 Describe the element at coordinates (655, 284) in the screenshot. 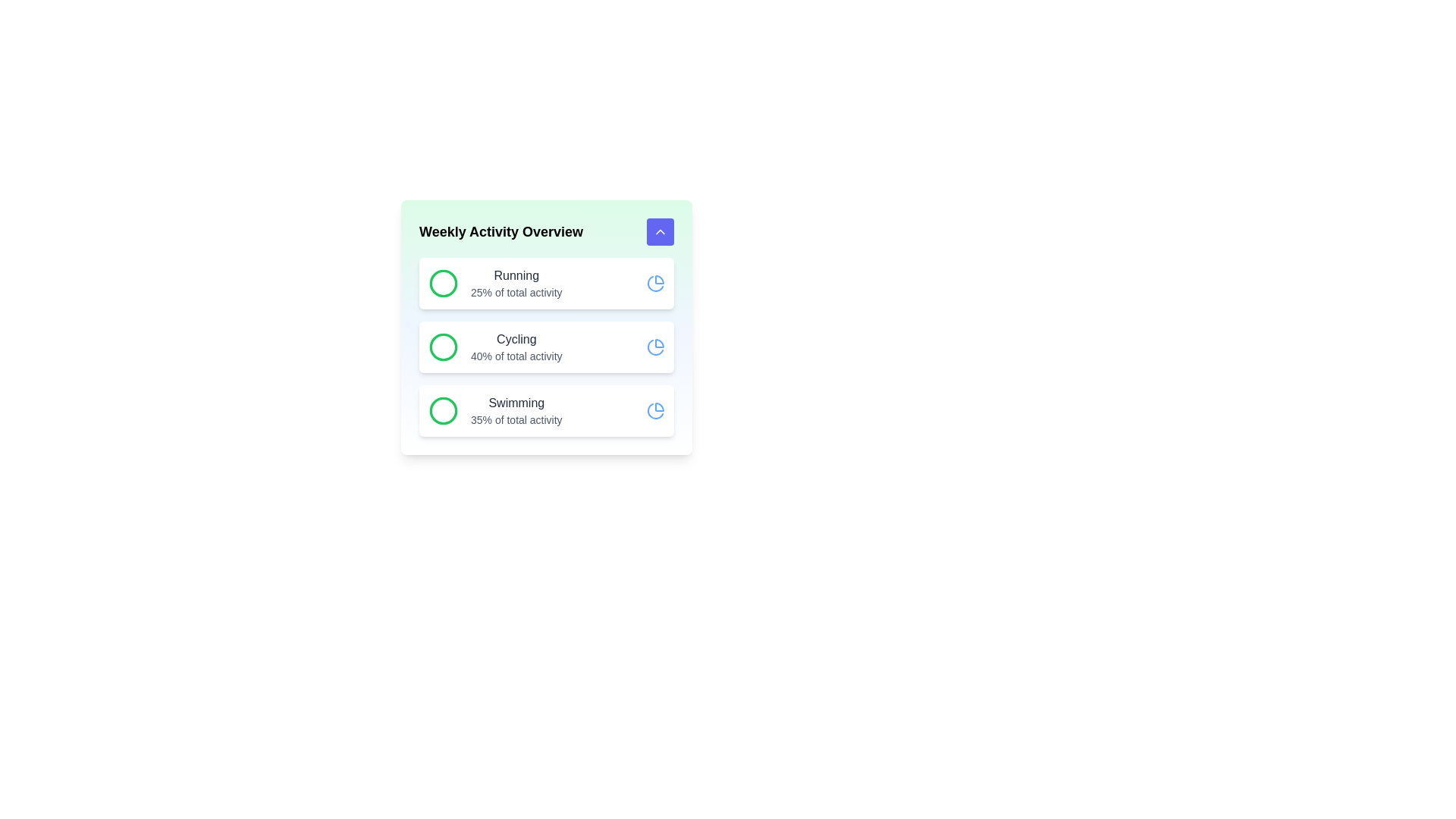

I see `the vibrant blue pie chart icon located in the top row of the activity list, positioned to the far right next to the text 'Running' and its percentage '25% of total activity.'` at that location.